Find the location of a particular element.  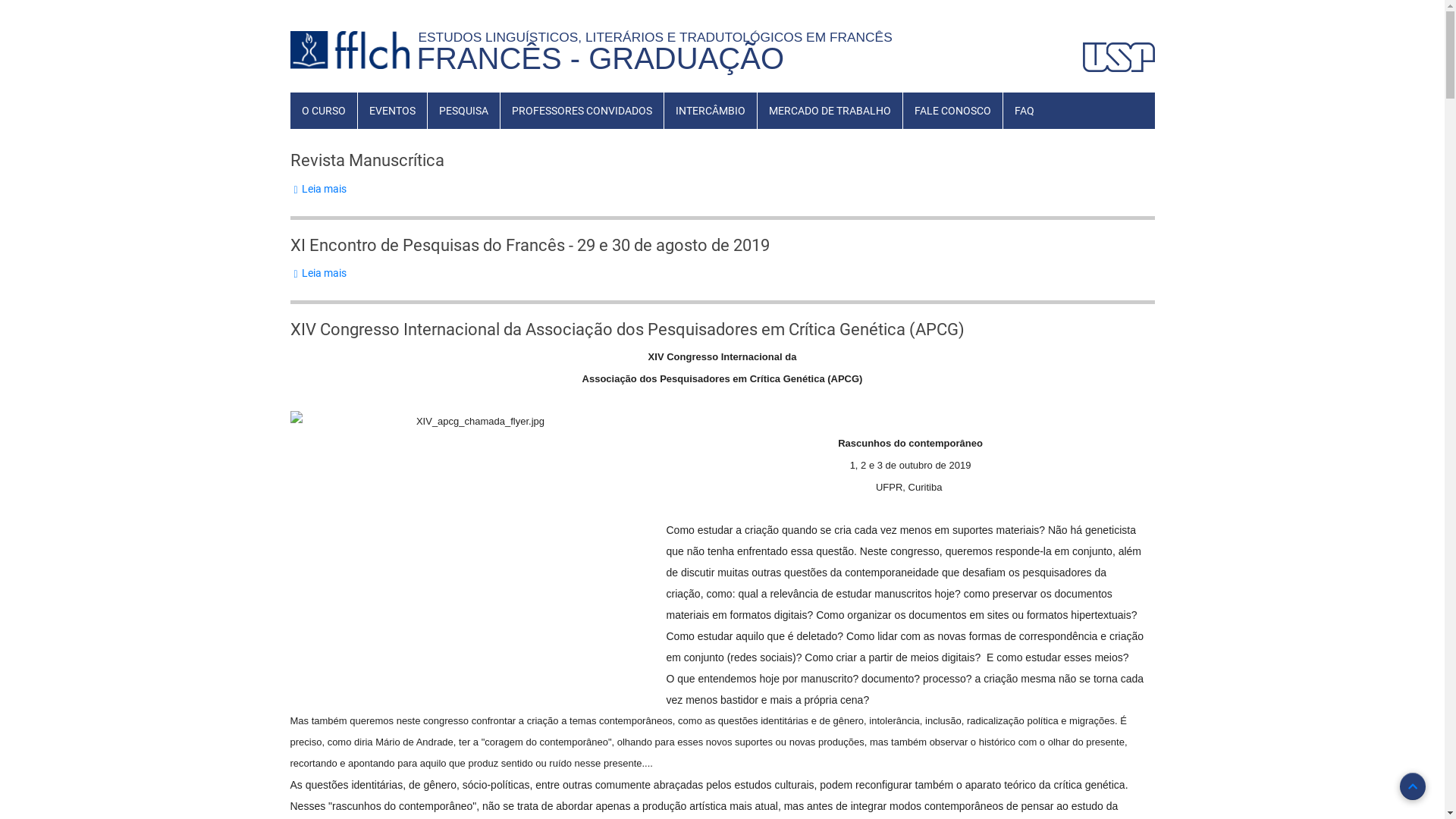

'Back to Top' is located at coordinates (1411, 786).